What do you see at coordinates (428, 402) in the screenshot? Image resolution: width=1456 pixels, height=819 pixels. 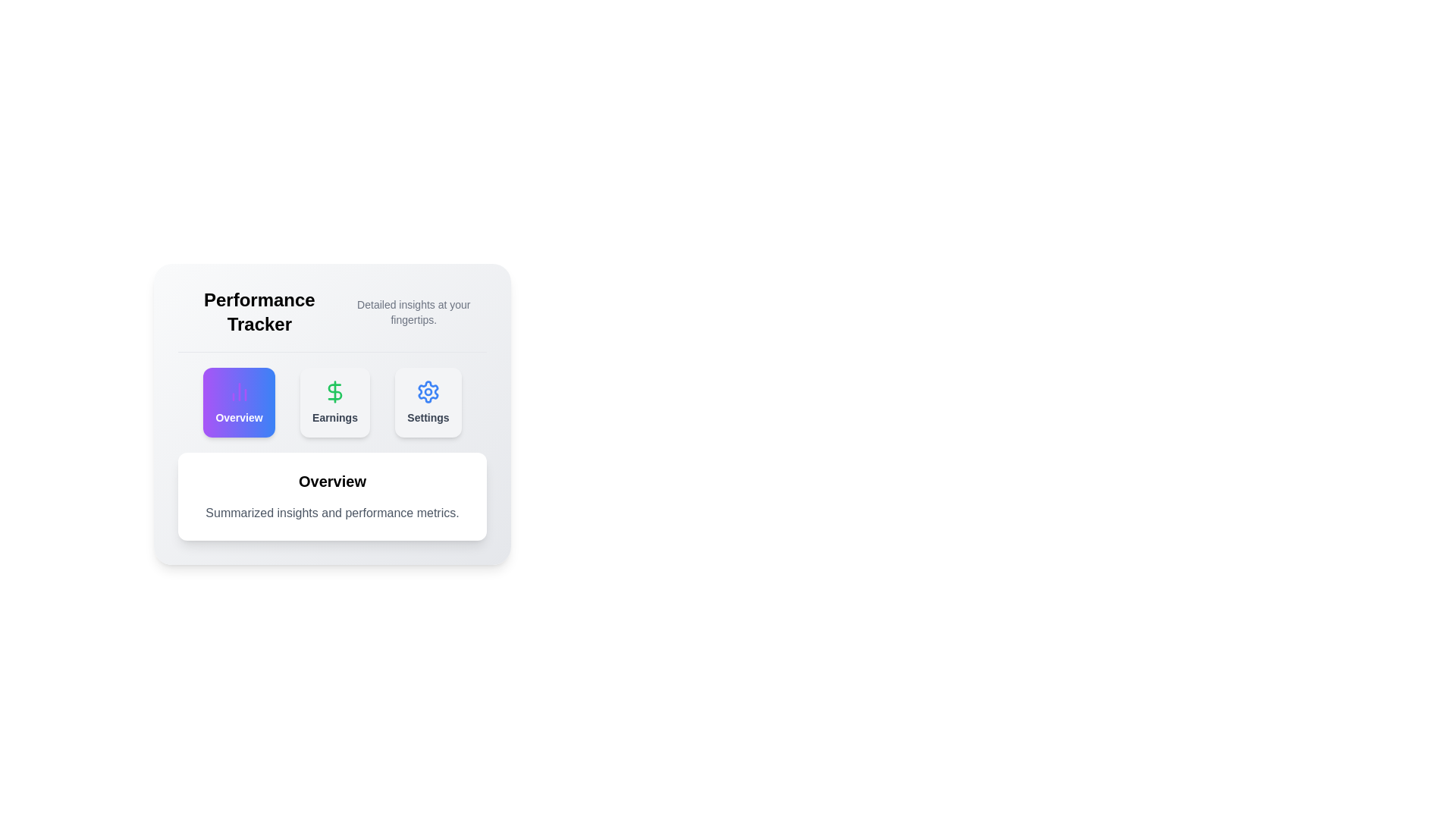 I see `the Settings tab to view its detailed insights` at bounding box center [428, 402].